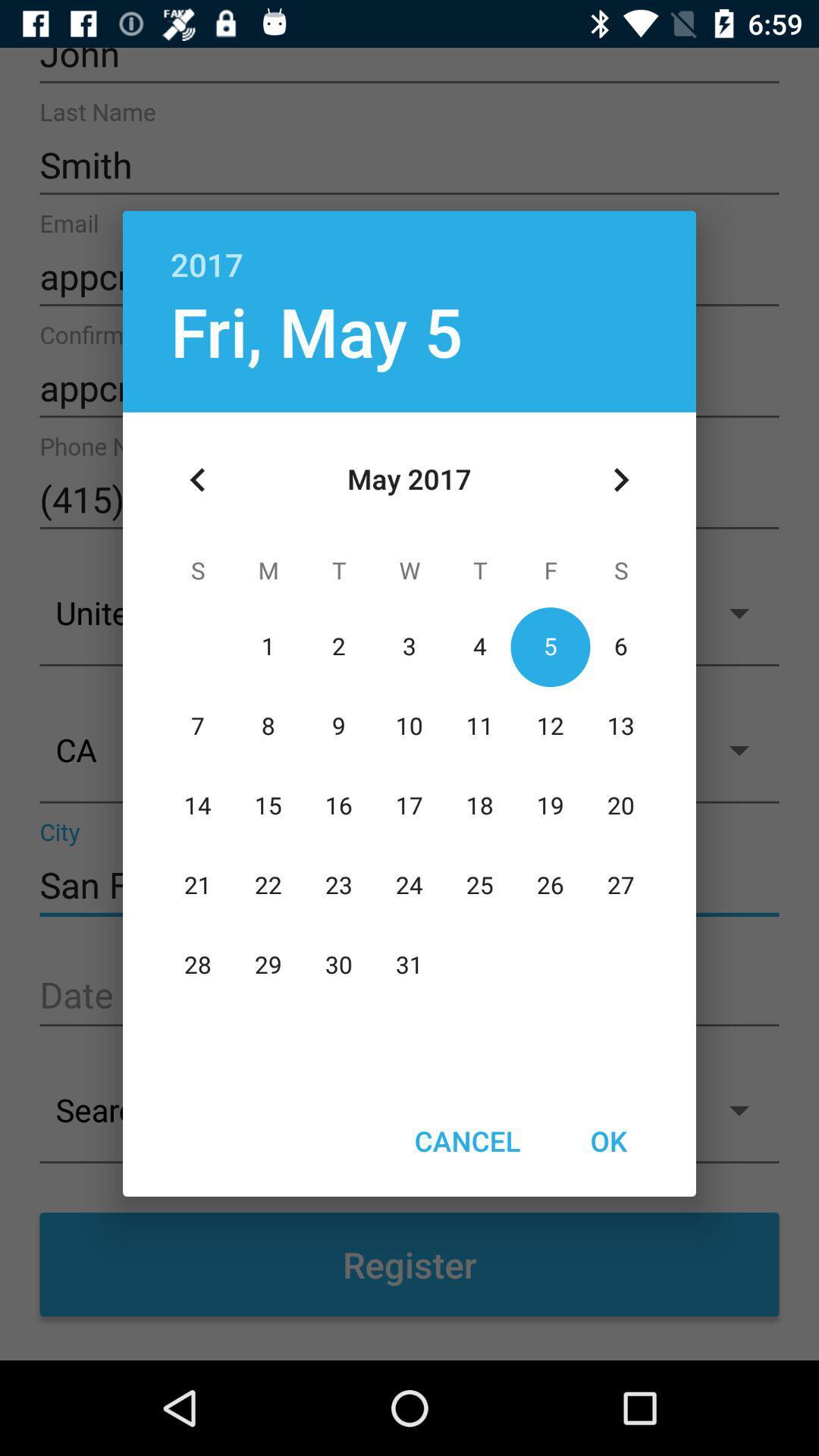 Image resolution: width=819 pixels, height=1456 pixels. Describe the element at coordinates (607, 1141) in the screenshot. I see `the icon next to the cancel icon` at that location.